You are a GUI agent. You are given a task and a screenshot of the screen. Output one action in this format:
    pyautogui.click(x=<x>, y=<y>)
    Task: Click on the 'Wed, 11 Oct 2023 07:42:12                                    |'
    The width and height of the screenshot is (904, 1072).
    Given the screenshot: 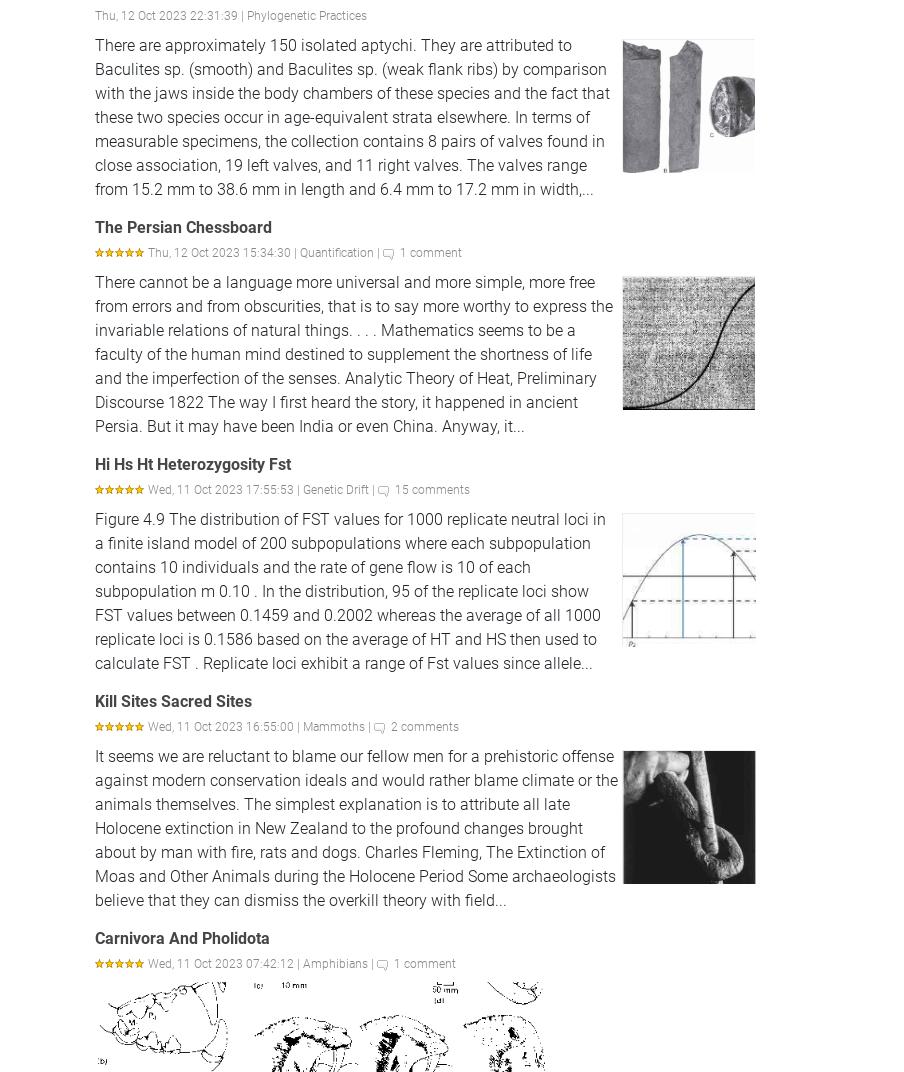 What is the action you would take?
    pyautogui.click(x=225, y=963)
    